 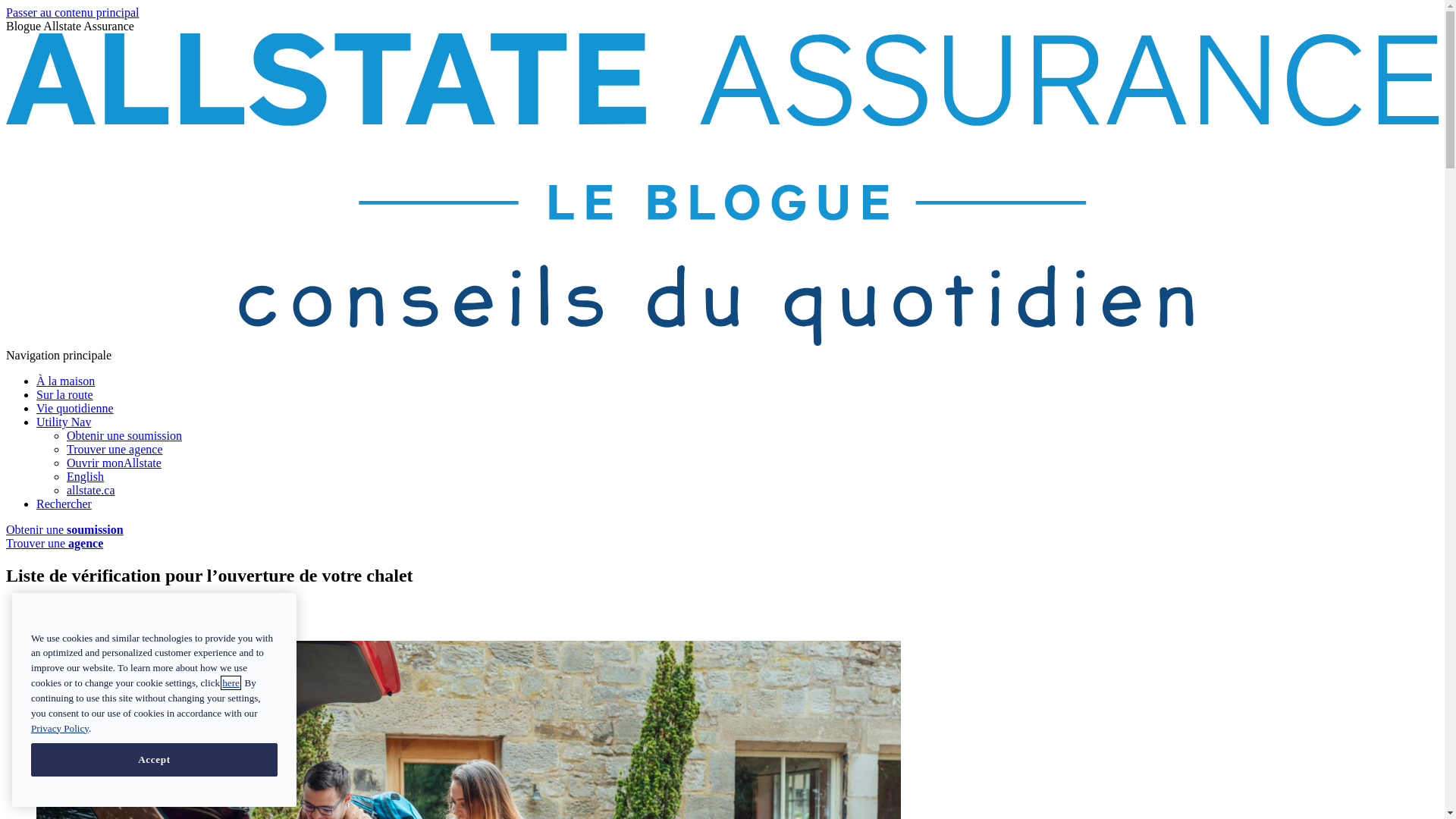 I want to click on 'Sur la route', so click(x=64, y=394).